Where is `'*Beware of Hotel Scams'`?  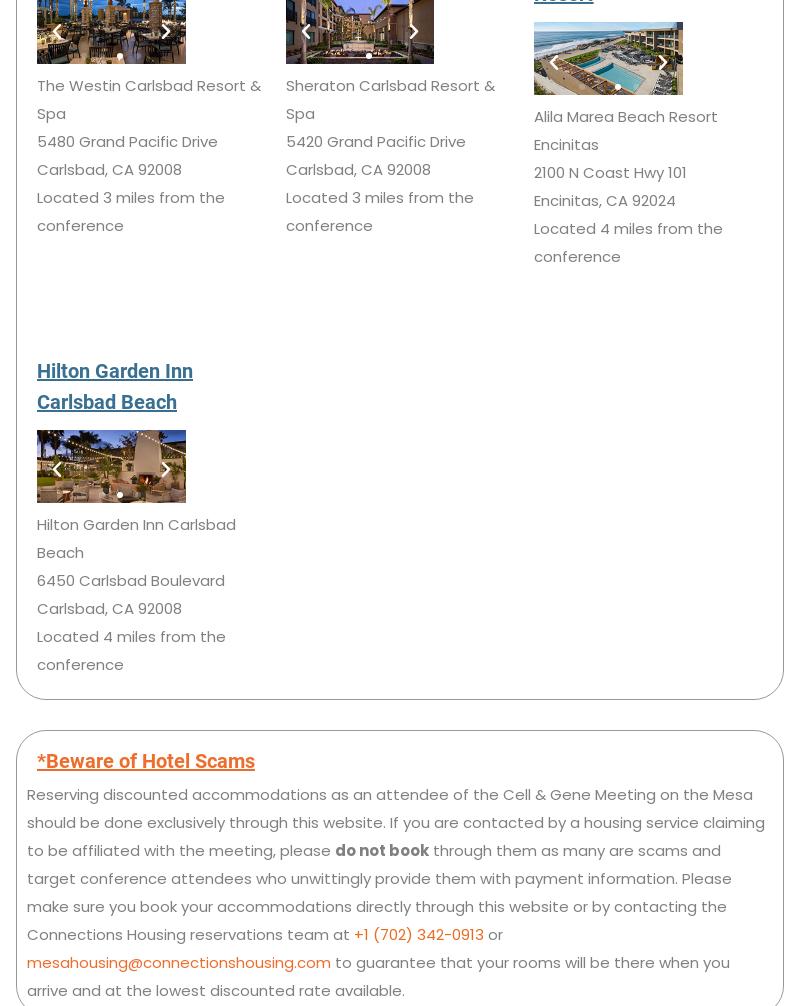 '*Beware of Hotel Scams' is located at coordinates (146, 759).